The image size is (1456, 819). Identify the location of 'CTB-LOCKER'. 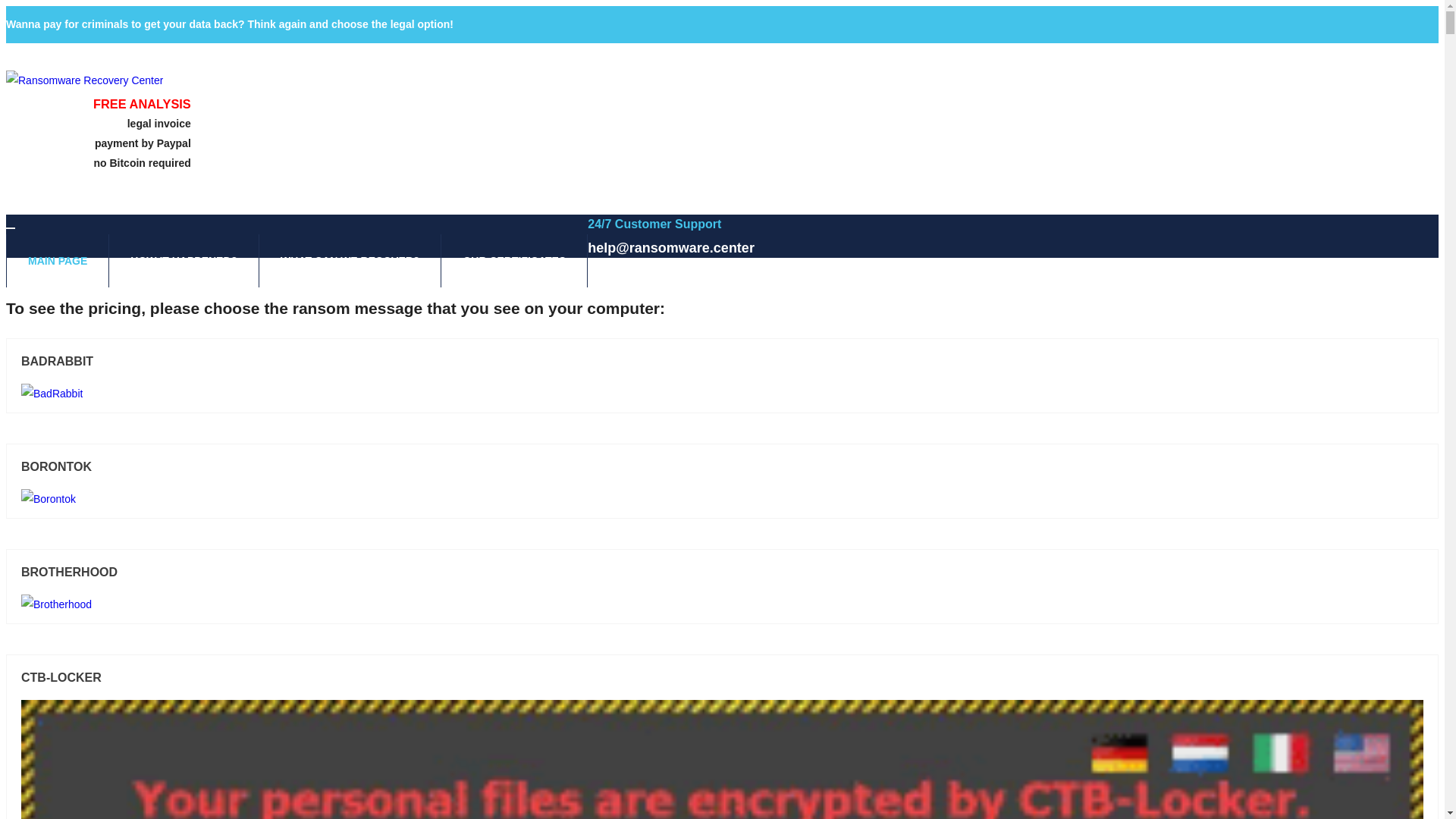
(21, 677).